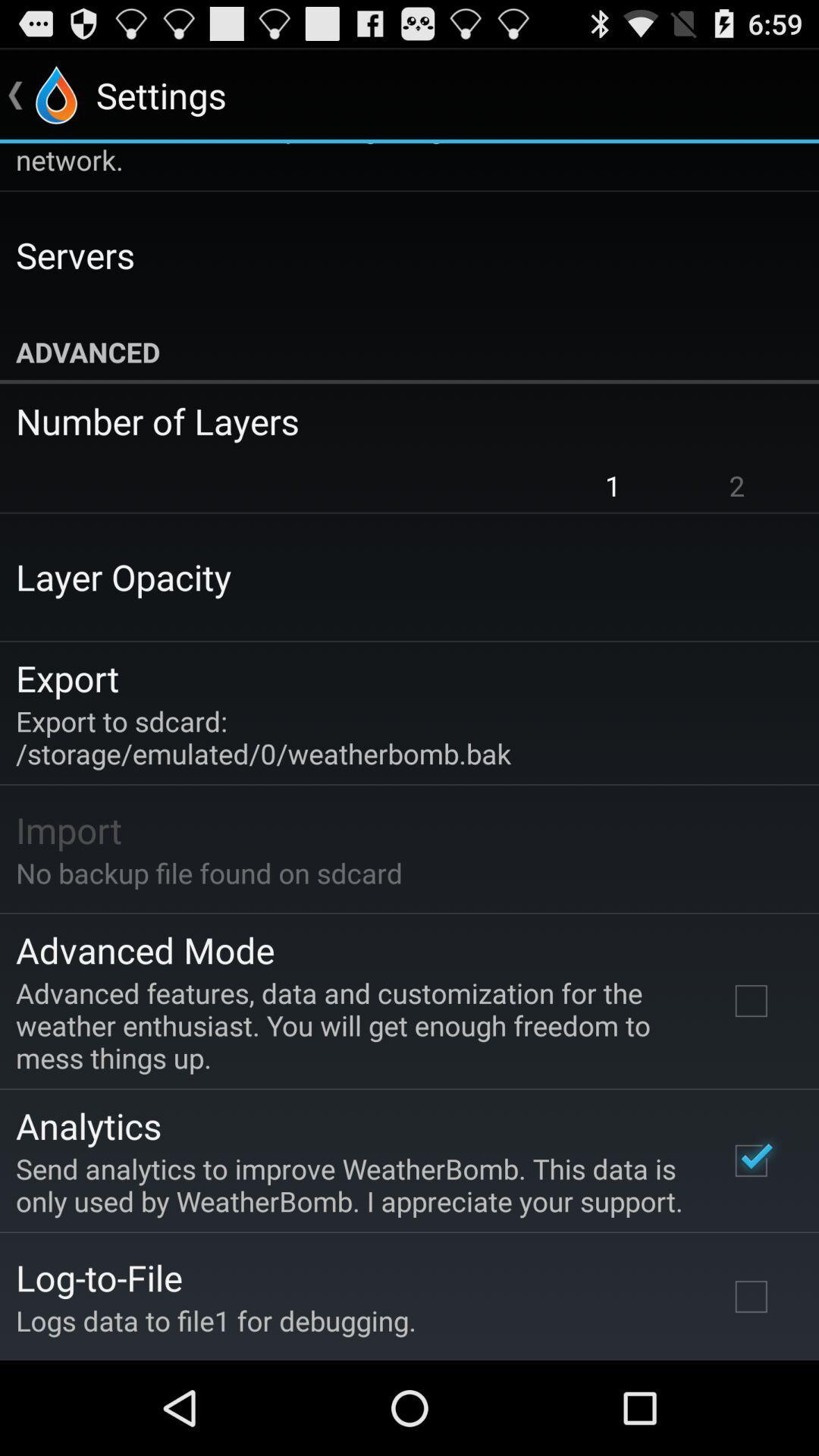  What do you see at coordinates (351, 1025) in the screenshot?
I see `item below advanced mode item` at bounding box center [351, 1025].